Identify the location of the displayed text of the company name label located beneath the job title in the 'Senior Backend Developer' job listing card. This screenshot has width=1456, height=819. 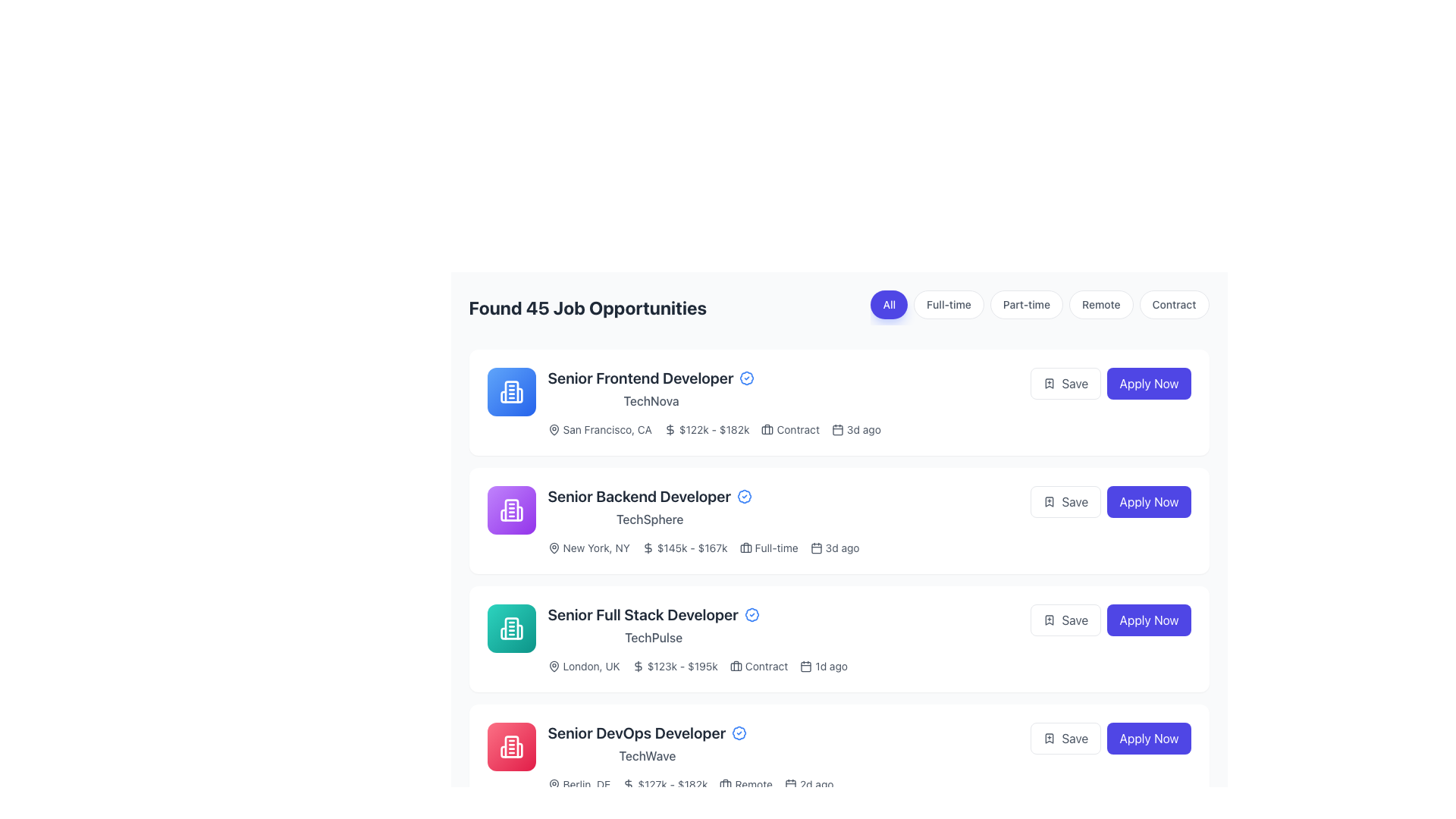
(650, 519).